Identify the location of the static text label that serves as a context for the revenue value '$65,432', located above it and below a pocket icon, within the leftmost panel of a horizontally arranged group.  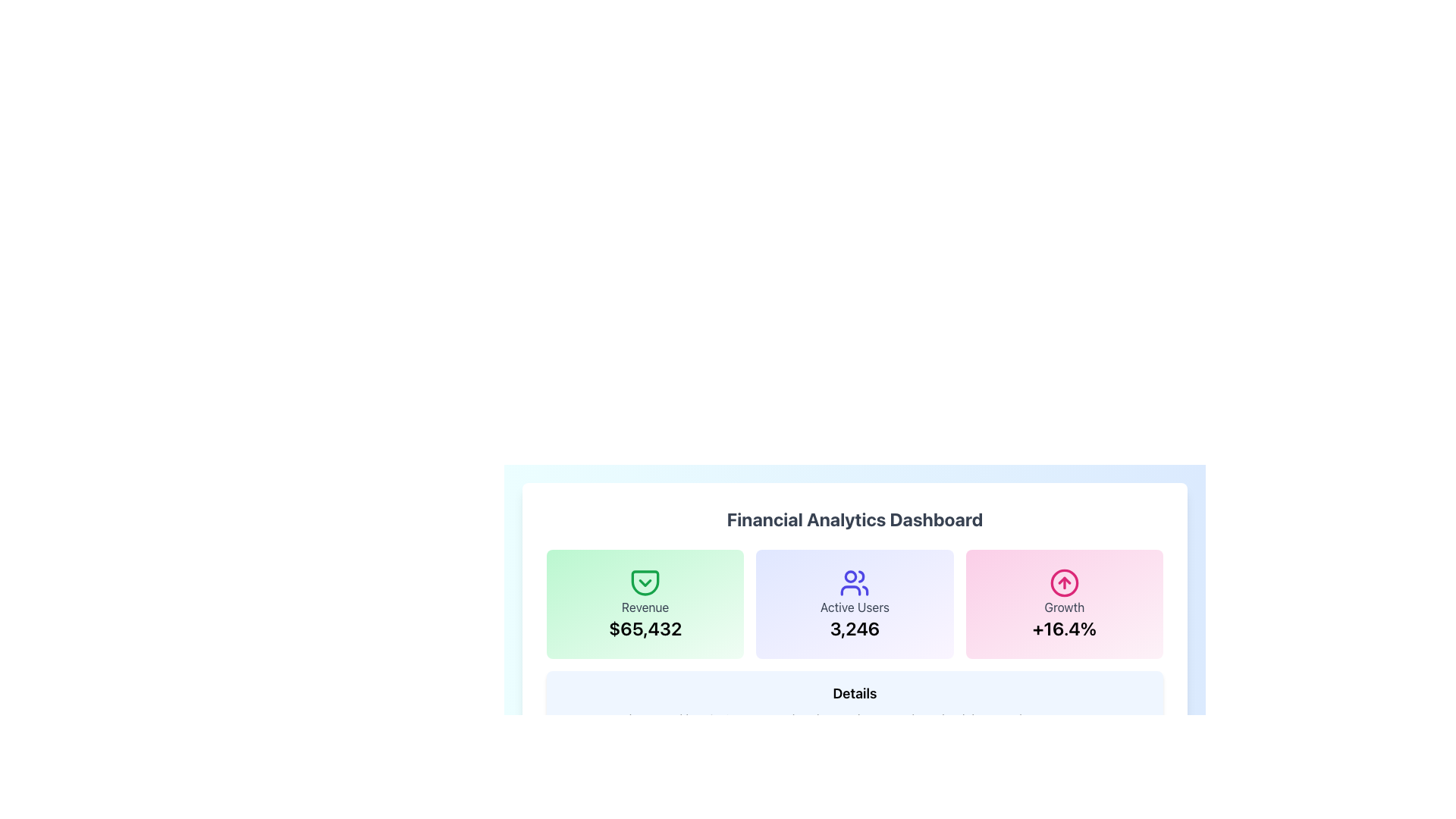
(645, 607).